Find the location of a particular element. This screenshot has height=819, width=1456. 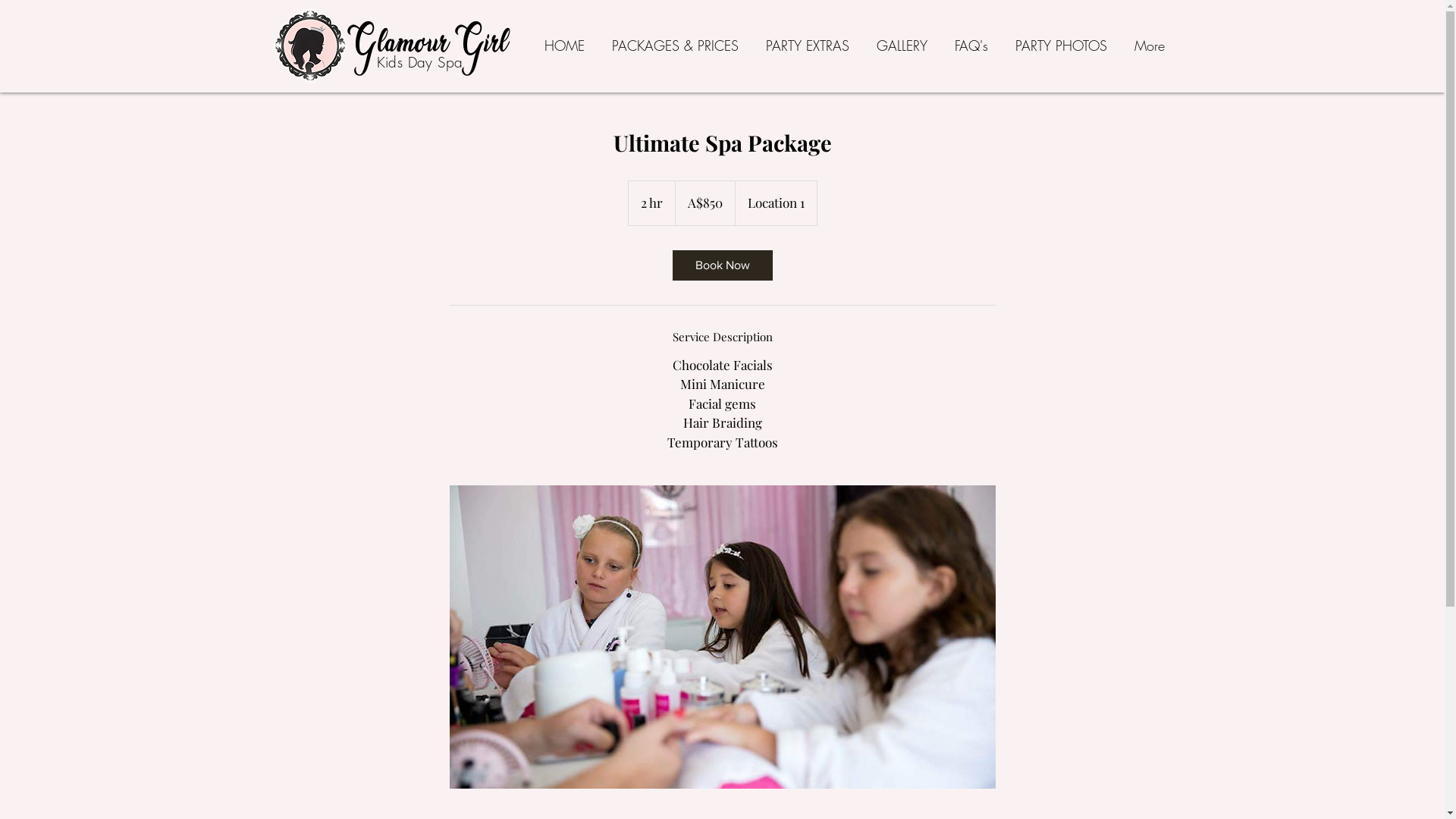

'FAQ's' is located at coordinates (971, 45).